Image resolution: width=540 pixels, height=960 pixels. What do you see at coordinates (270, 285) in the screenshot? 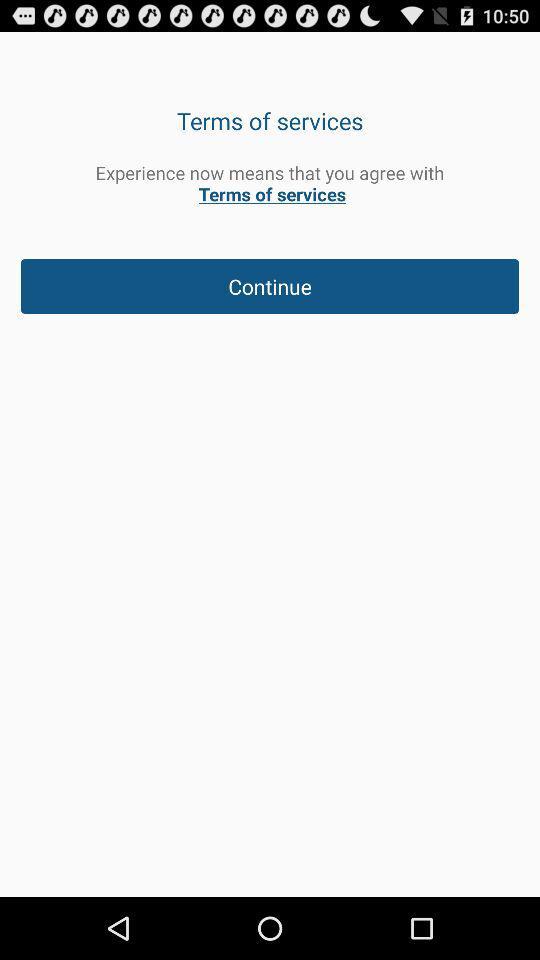
I see `the continue item` at bounding box center [270, 285].